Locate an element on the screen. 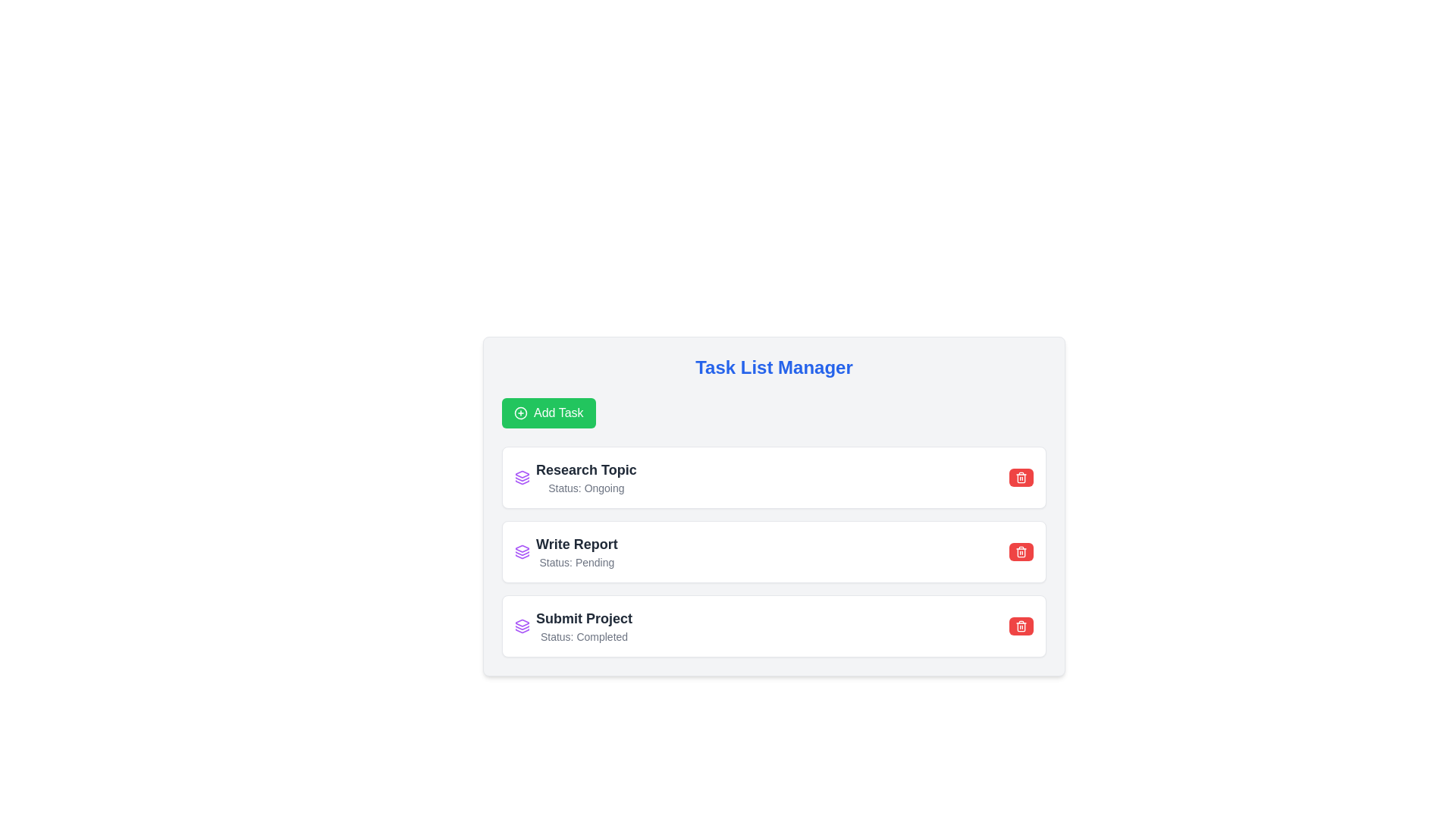 This screenshot has width=1456, height=819. the Text Display element that shows 'Research Topic' in bold and 'Status: Ongoing' in a lighter gray tone, located in the first row of the task list under the 'Task List Manager' header is located at coordinates (585, 476).